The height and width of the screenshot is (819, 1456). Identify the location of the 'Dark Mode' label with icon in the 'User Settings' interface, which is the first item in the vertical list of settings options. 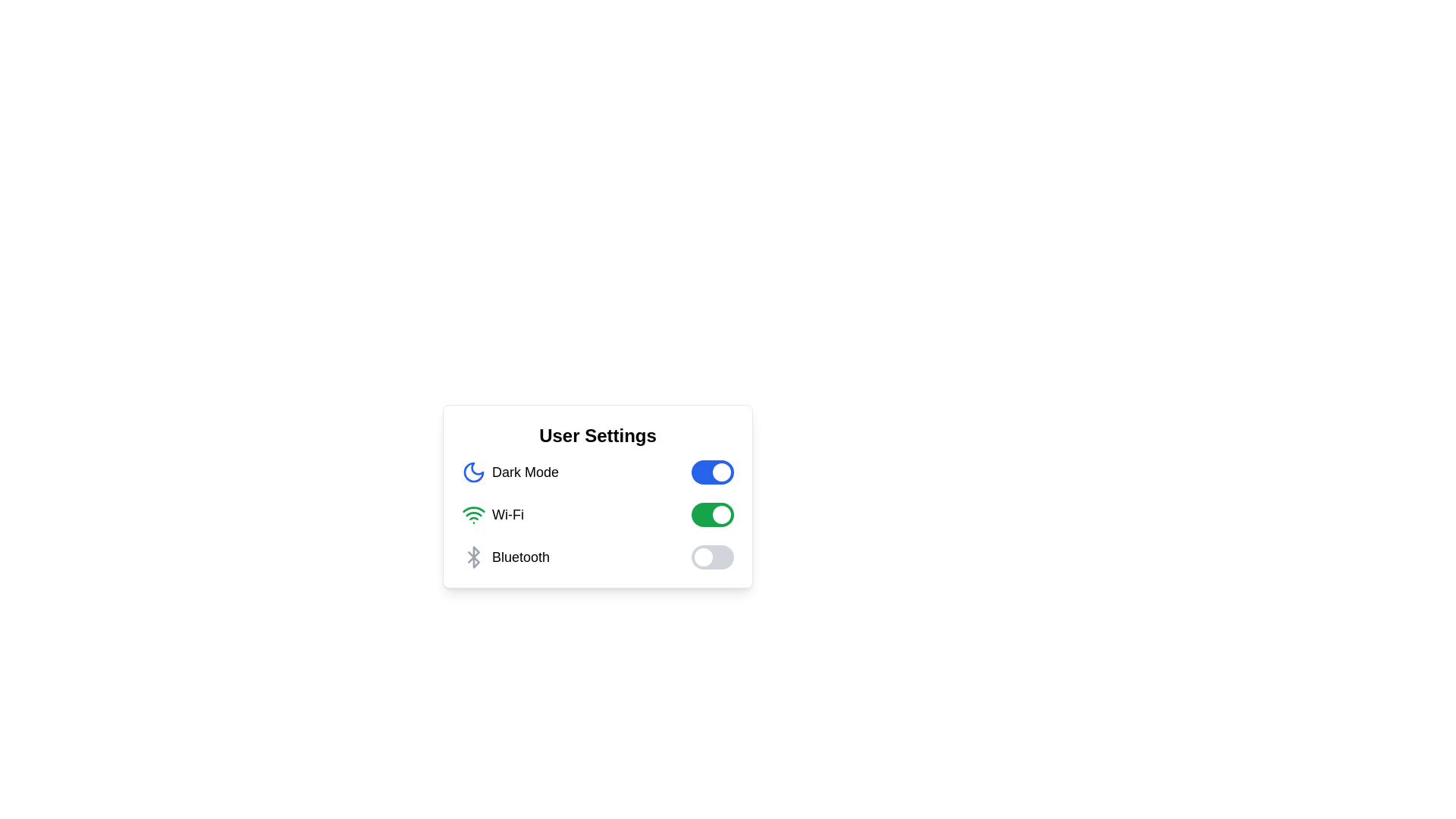
(510, 472).